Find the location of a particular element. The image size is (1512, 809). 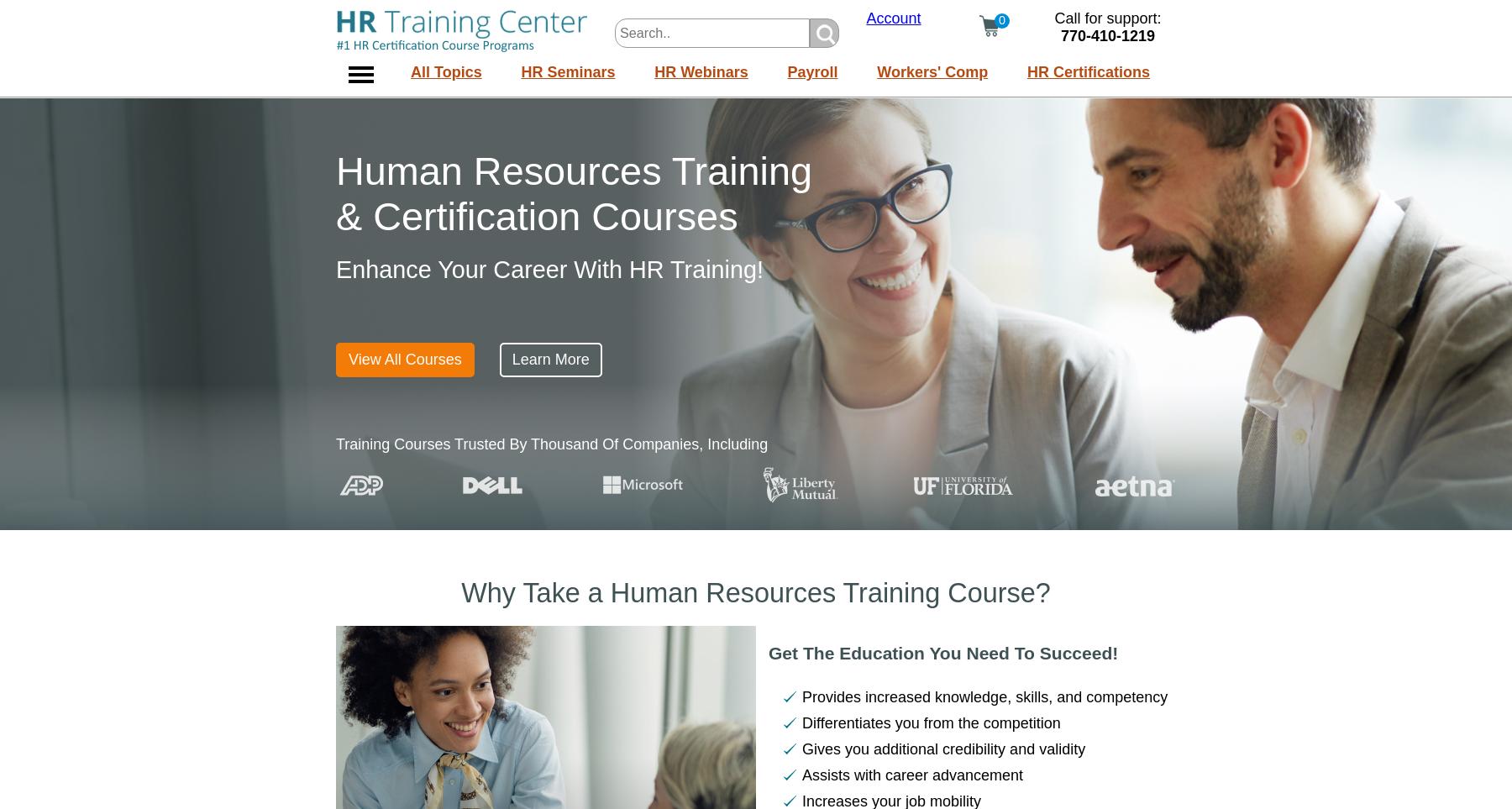

'Differentiates you from the competition' is located at coordinates (801, 722).